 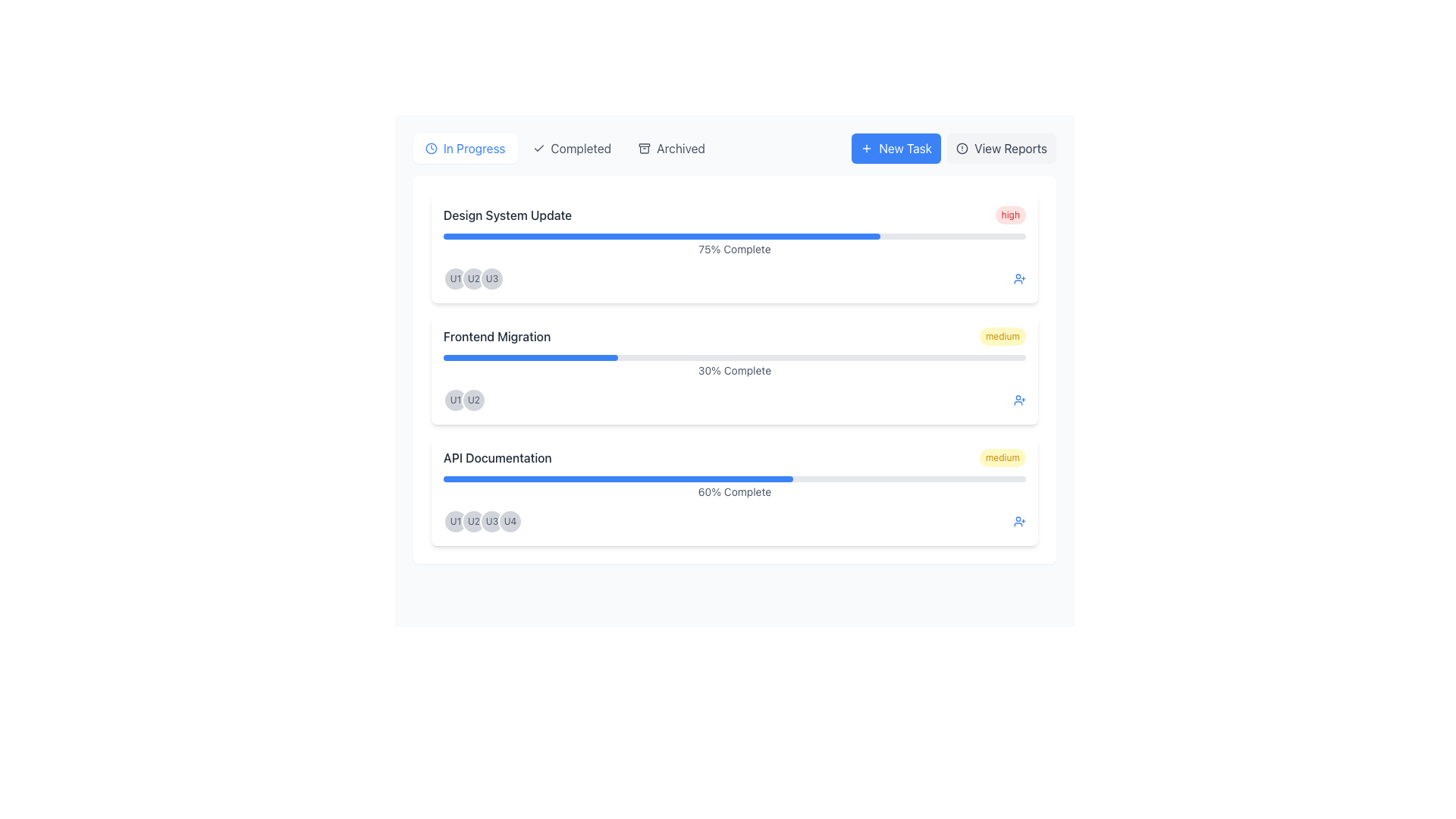 I want to click on the 'Archived' text label styled in gray text, located near the archive box icon at the top middle section of the interface, so click(x=679, y=149).